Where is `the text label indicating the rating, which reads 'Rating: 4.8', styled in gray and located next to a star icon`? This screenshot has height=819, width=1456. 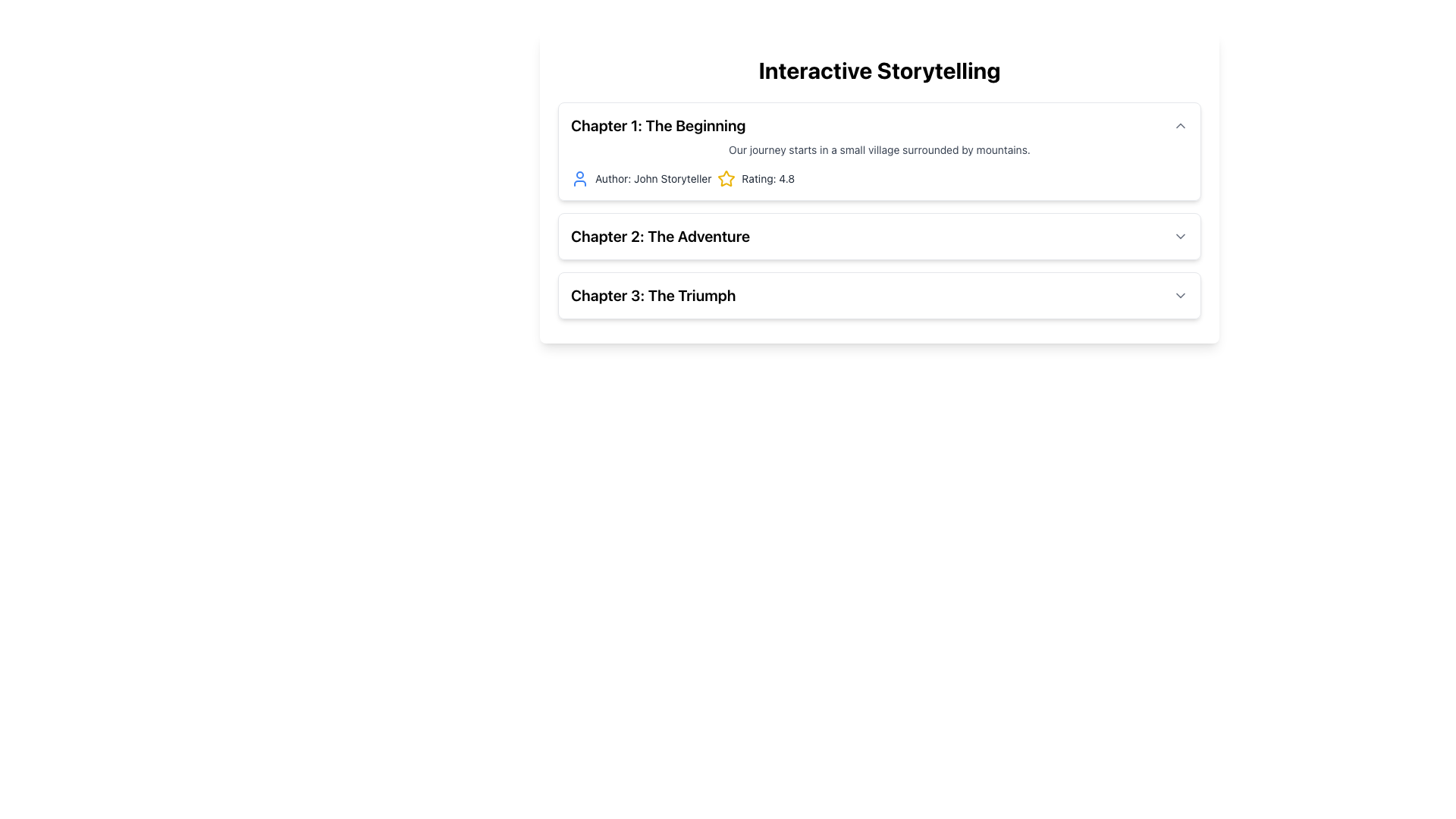
the text label indicating the rating, which reads 'Rating: 4.8', styled in gray and located next to a star icon is located at coordinates (768, 177).